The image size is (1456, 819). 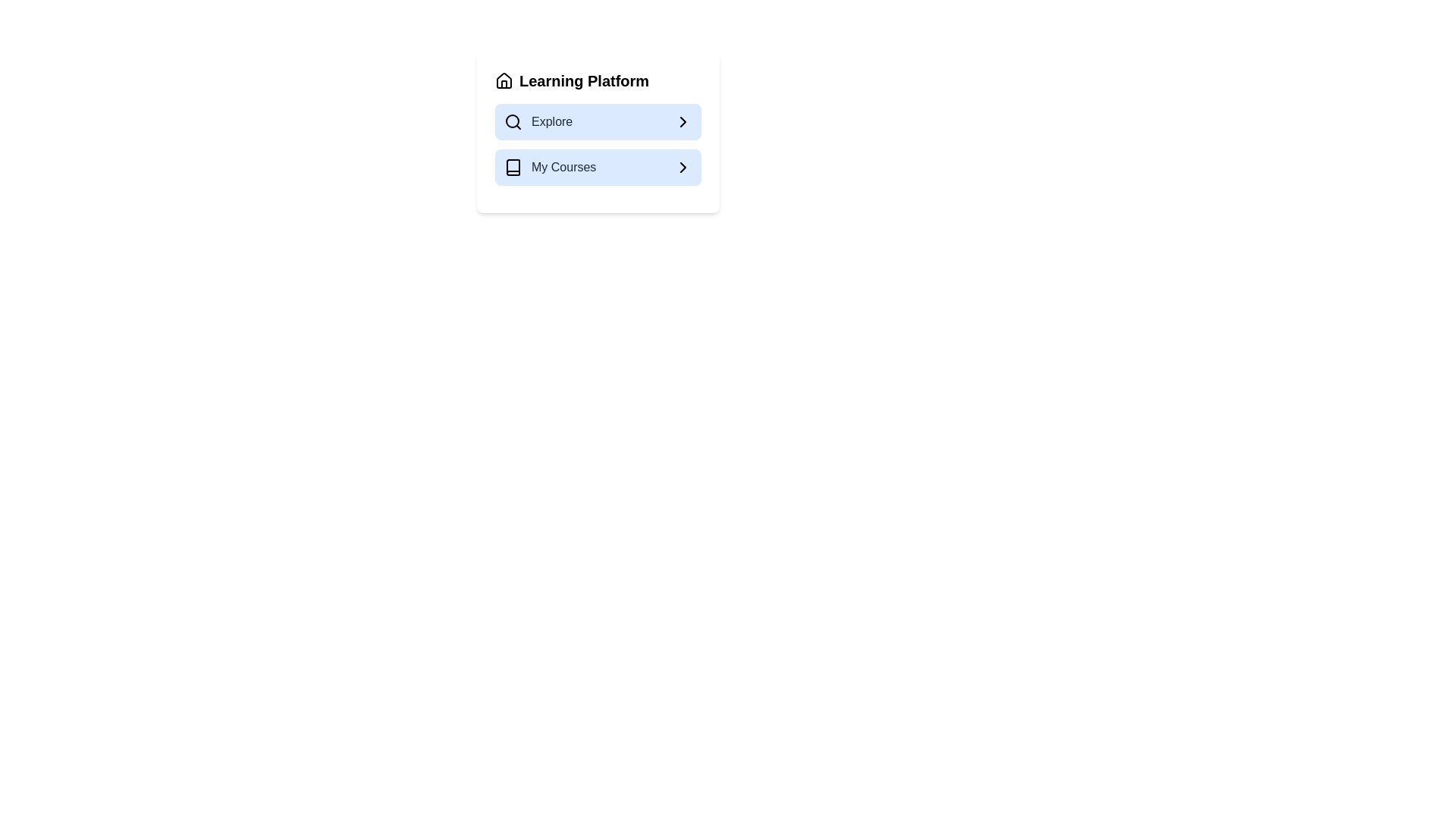 What do you see at coordinates (513, 167) in the screenshot?
I see `the central part of the book icon graphic located within the 'My Courses' button, which is the second option in the menu area` at bounding box center [513, 167].